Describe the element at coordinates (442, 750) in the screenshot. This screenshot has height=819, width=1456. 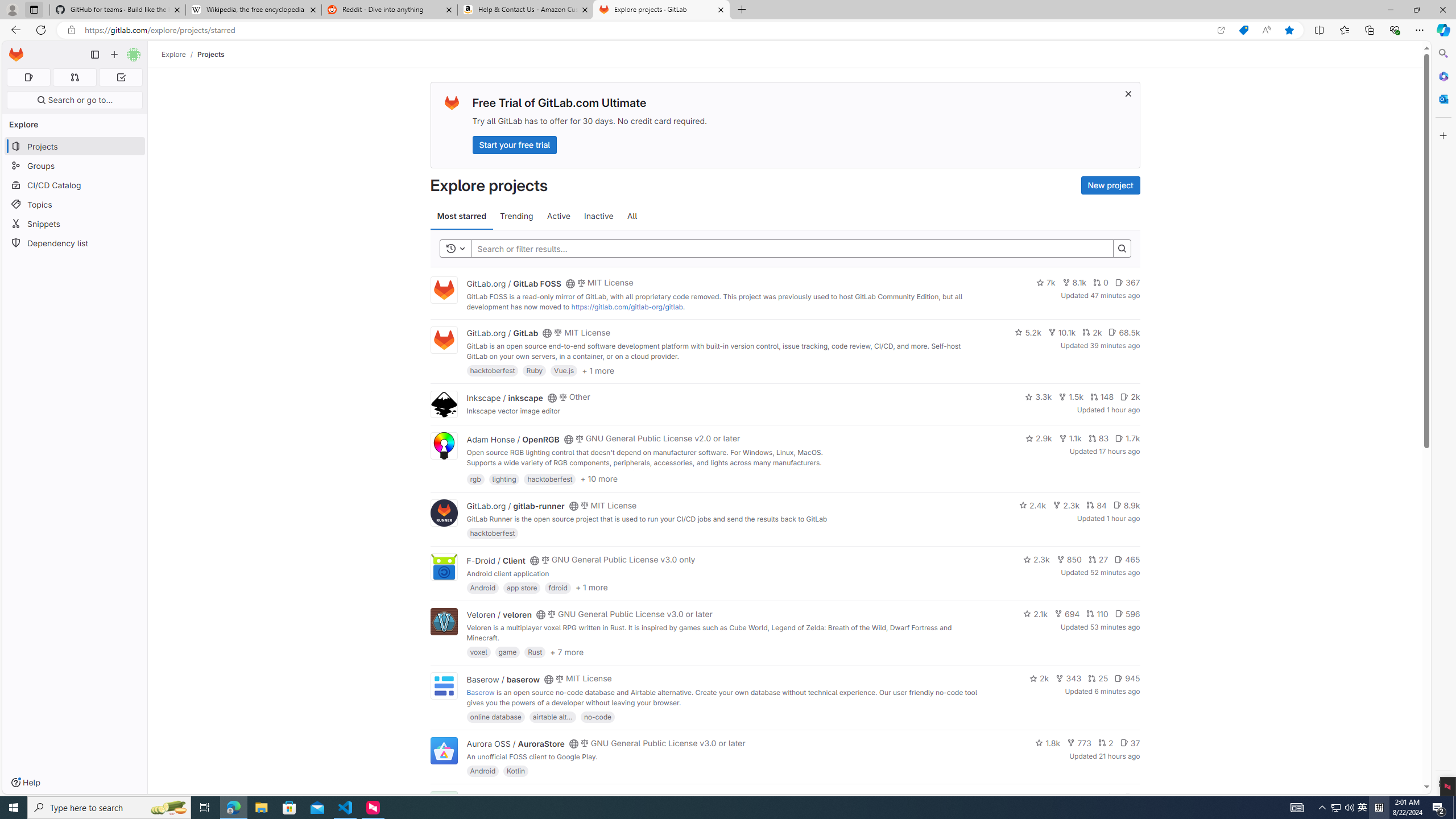
I see `'Class: project'` at that location.